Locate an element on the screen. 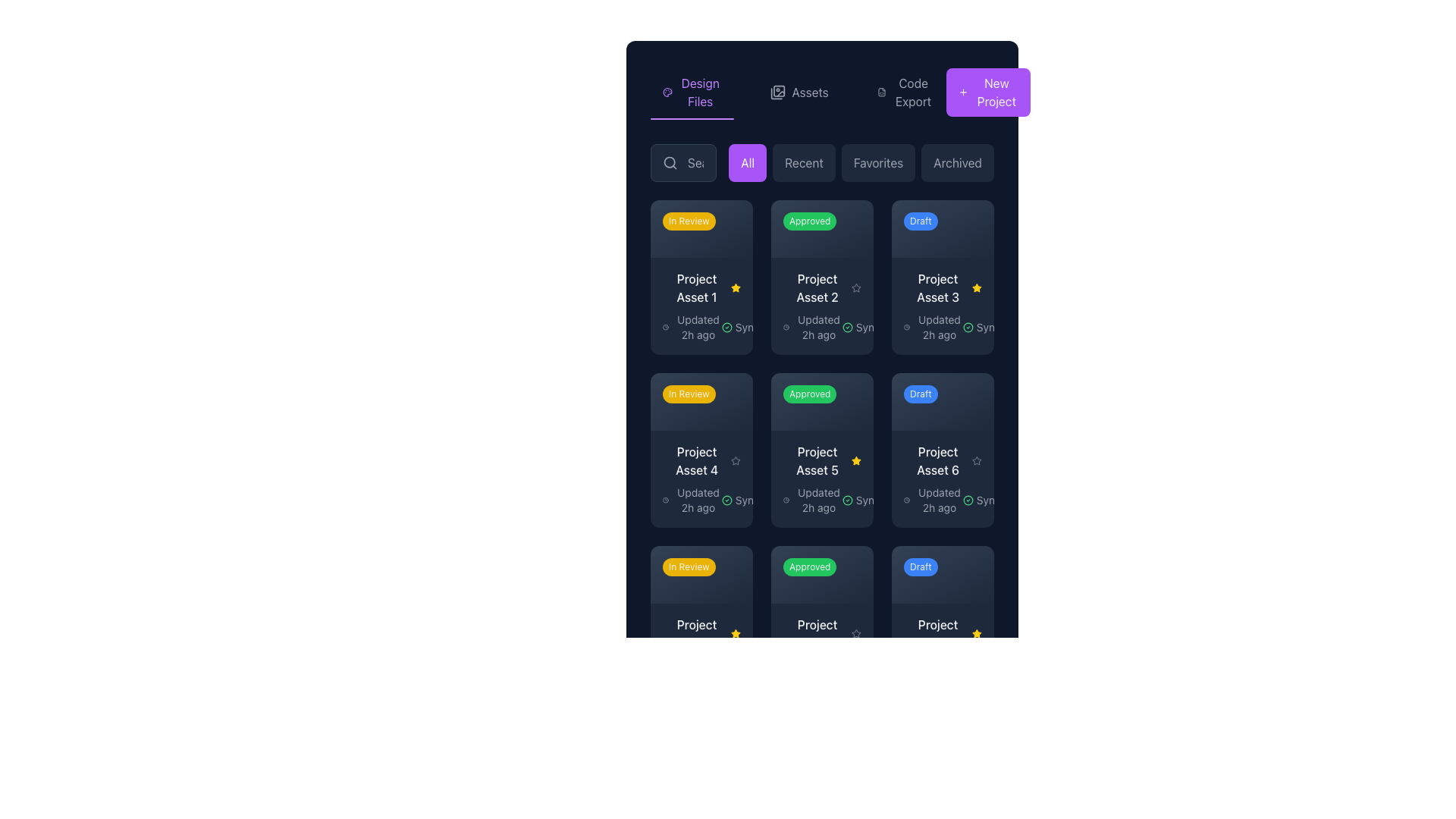 Image resolution: width=1456 pixels, height=819 pixels. the Text display with an icon that indicates the last update time for the project located in the lower-left section of the 'Project Asset 5' card is located at coordinates (811, 500).